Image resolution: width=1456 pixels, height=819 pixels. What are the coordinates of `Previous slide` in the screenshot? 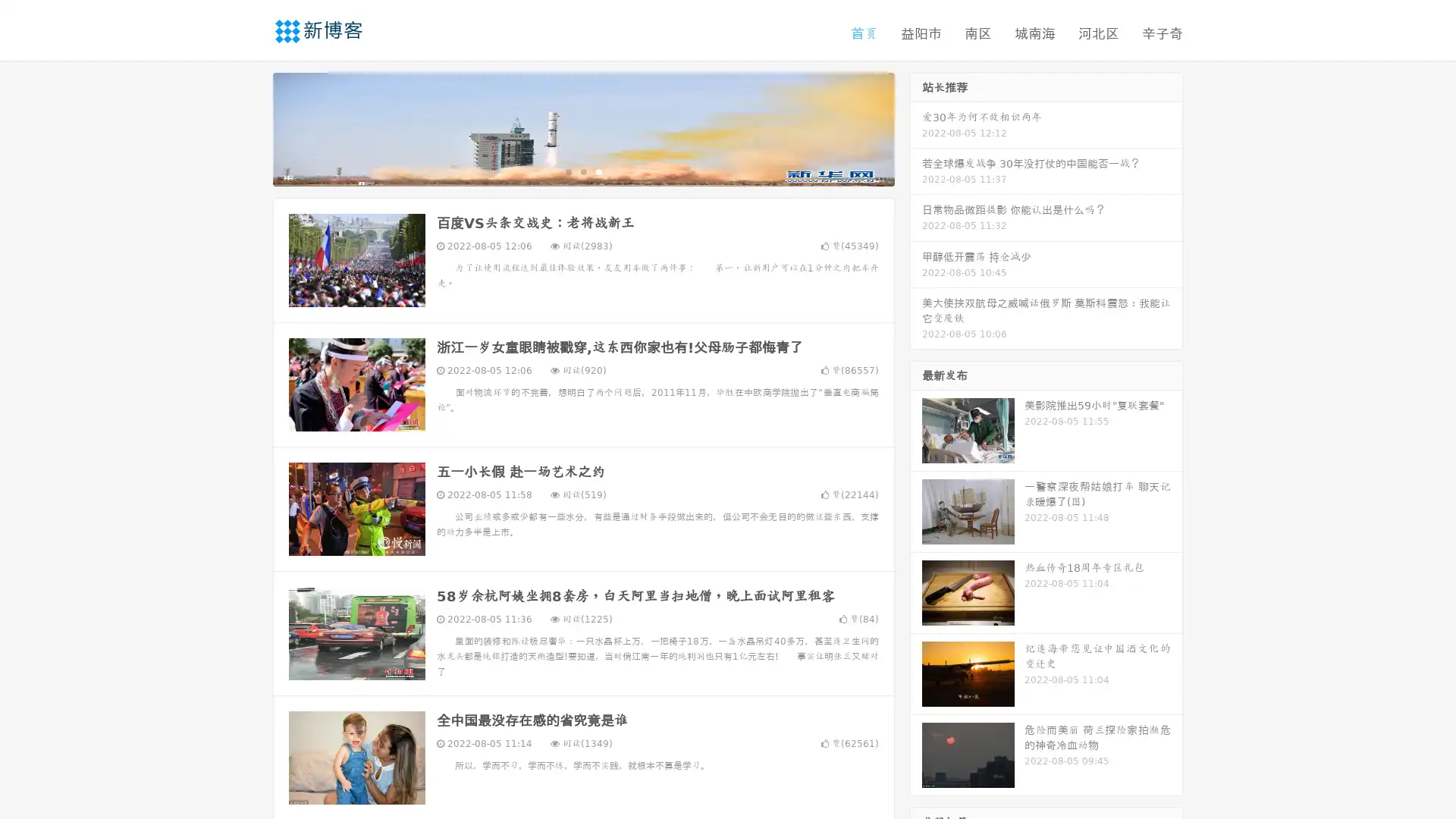 It's located at (250, 127).